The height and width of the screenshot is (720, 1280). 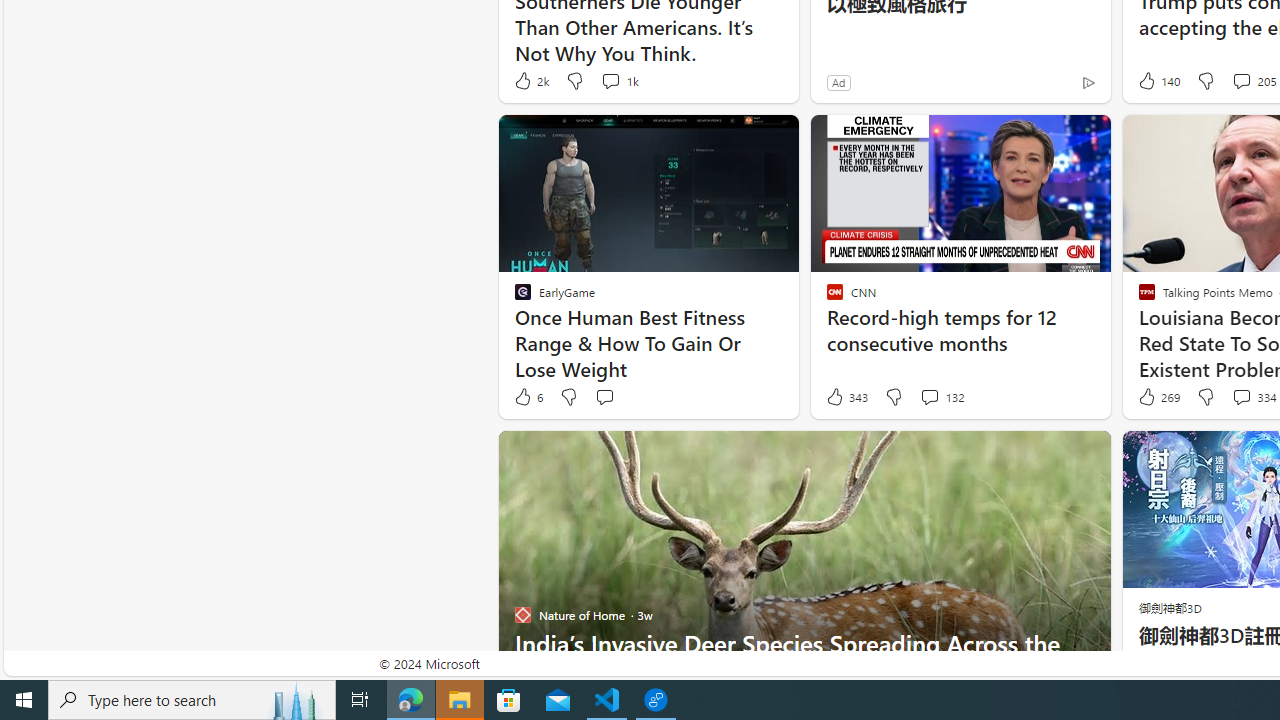 What do you see at coordinates (530, 80) in the screenshot?
I see `'2k Like'` at bounding box center [530, 80].